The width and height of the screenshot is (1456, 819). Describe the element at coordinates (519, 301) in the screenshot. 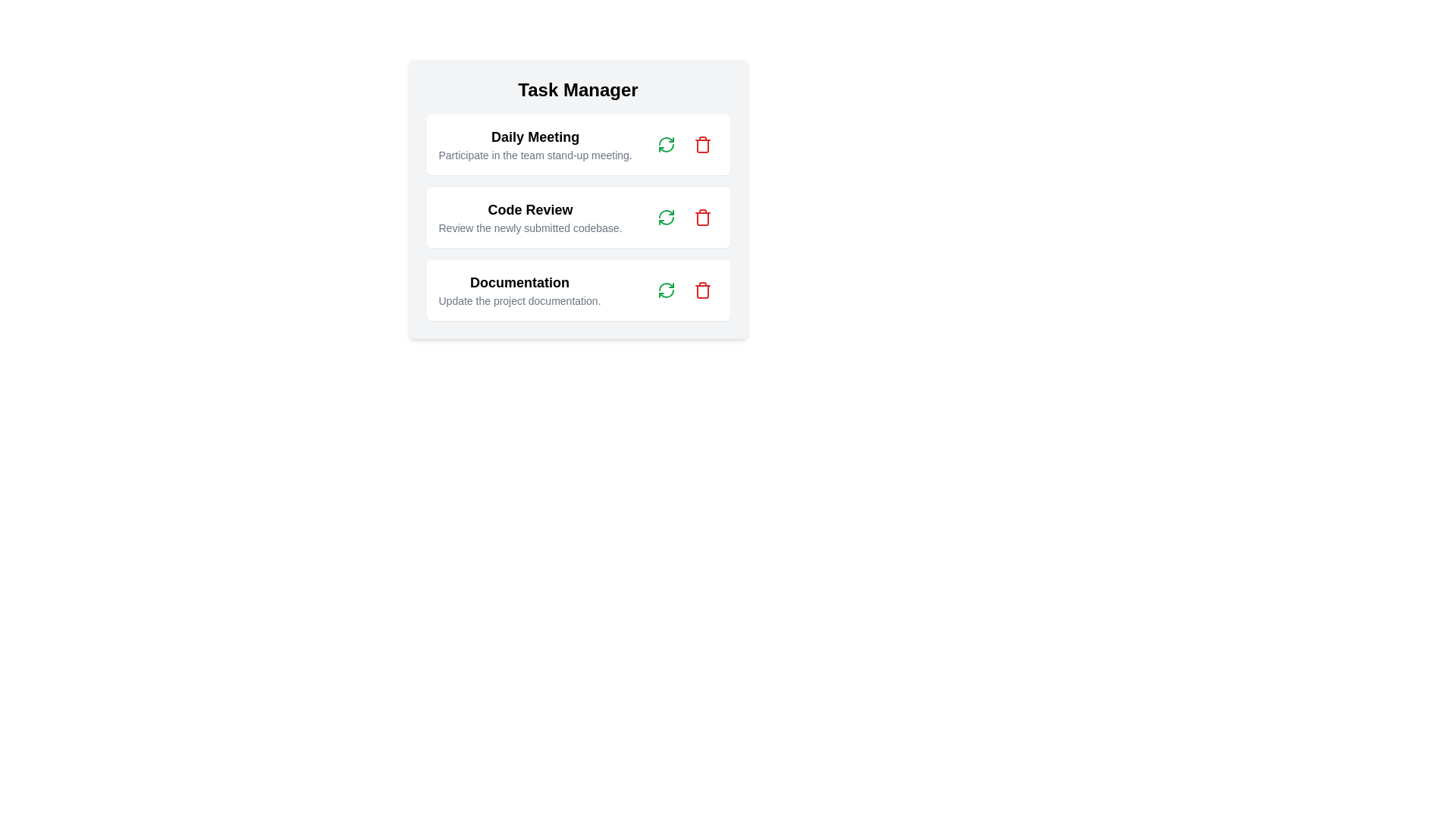

I see `text snippet displaying 'Update the project documentation.' which is styled in gray and located below the 'Documentation' heading in the last task card` at that location.